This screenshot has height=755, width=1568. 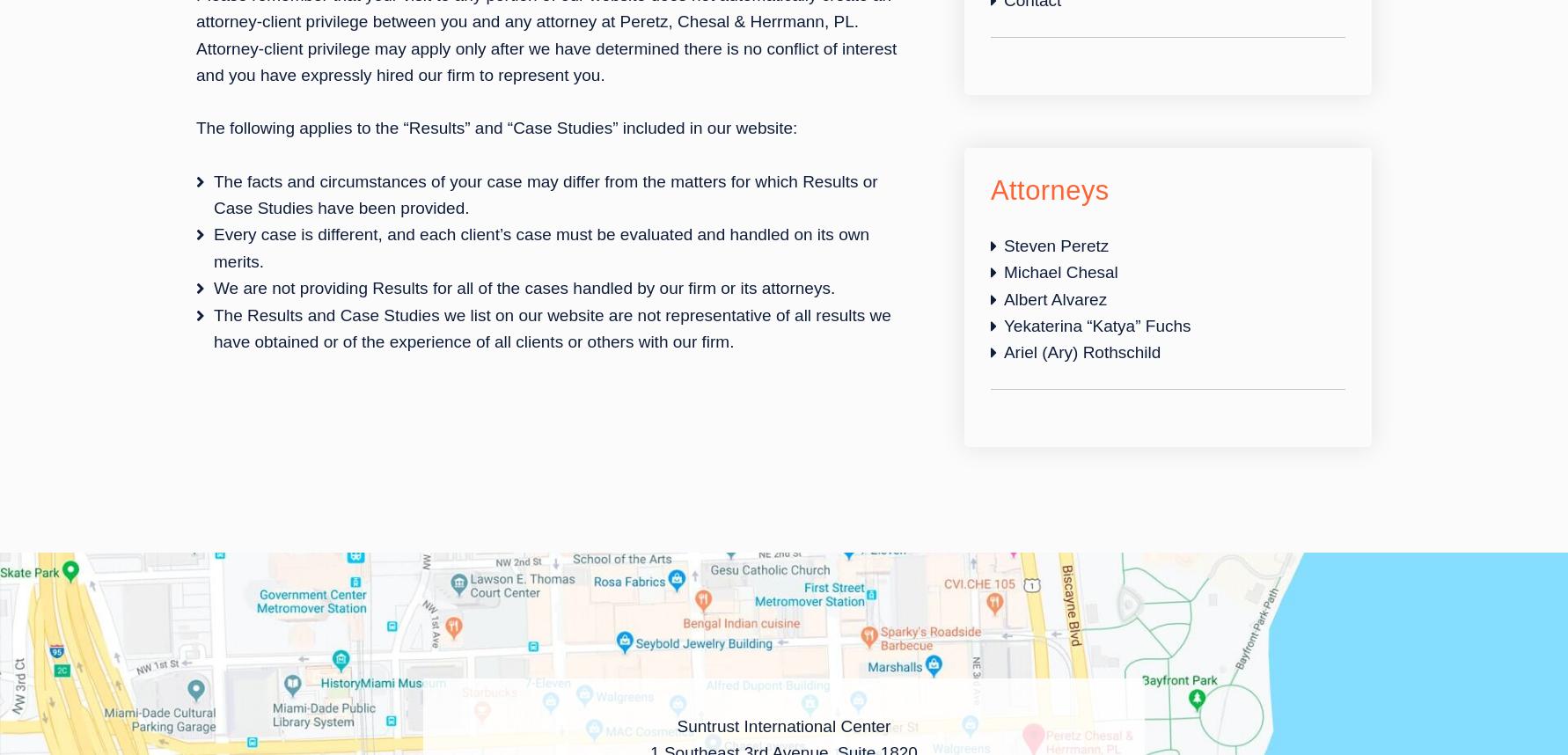 I want to click on 'We are not providing Results for all of the cases handled by our firm or its attorneys.', so click(x=524, y=287).